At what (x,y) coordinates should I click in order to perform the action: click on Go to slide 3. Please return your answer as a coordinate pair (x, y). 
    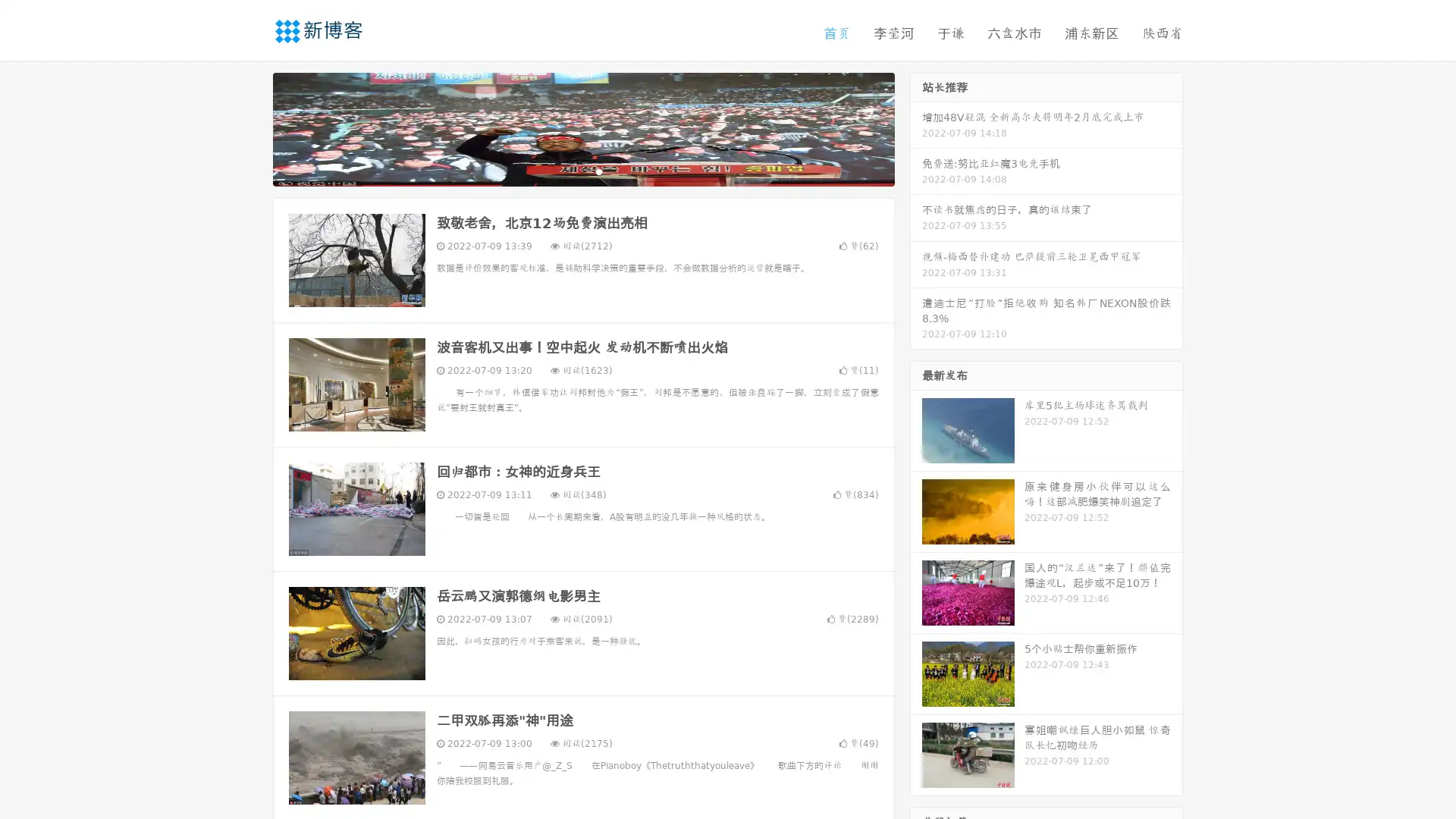
    Looking at the image, I should click on (598, 171).